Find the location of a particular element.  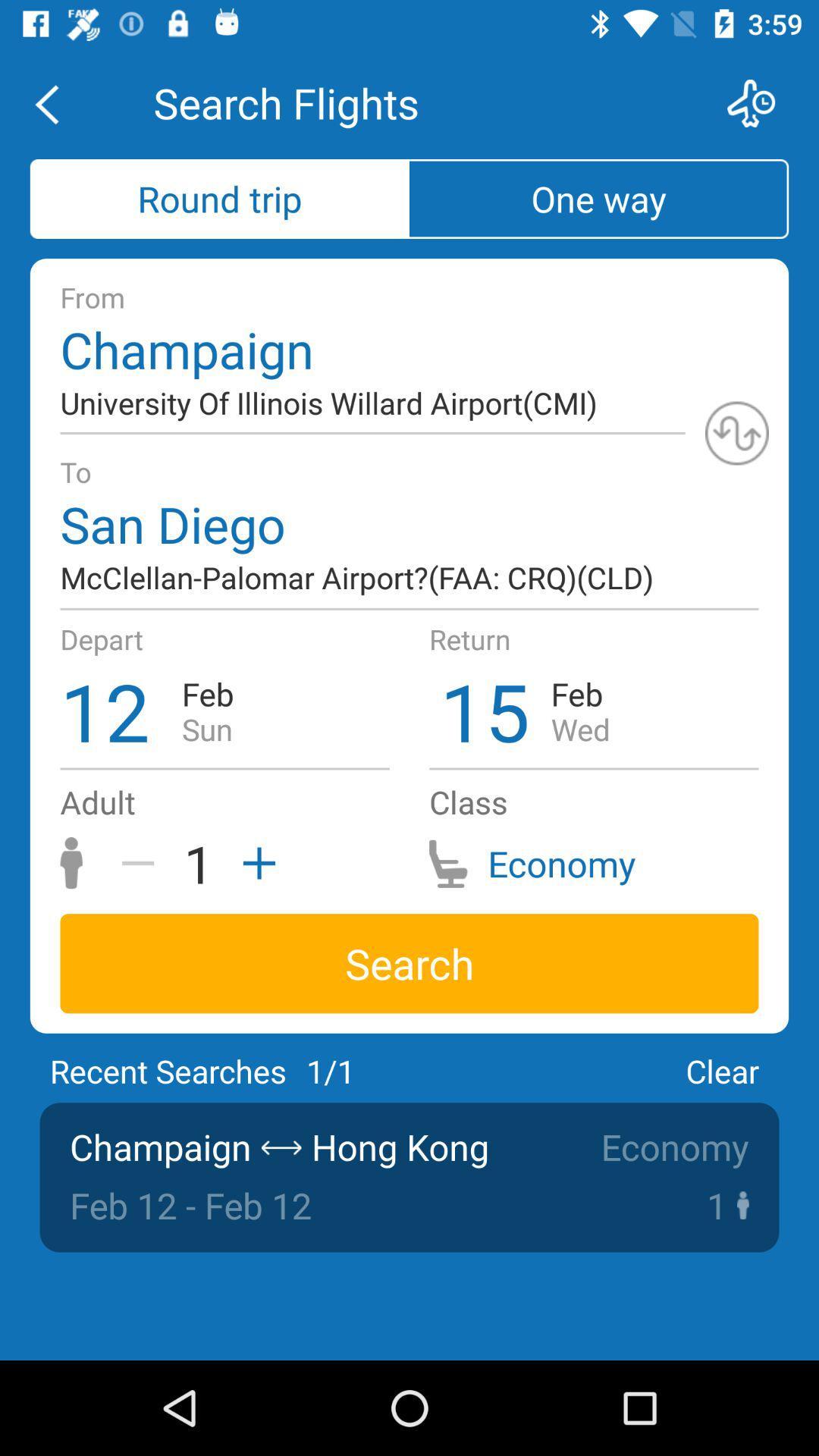

negative button is located at coordinates (143, 863).